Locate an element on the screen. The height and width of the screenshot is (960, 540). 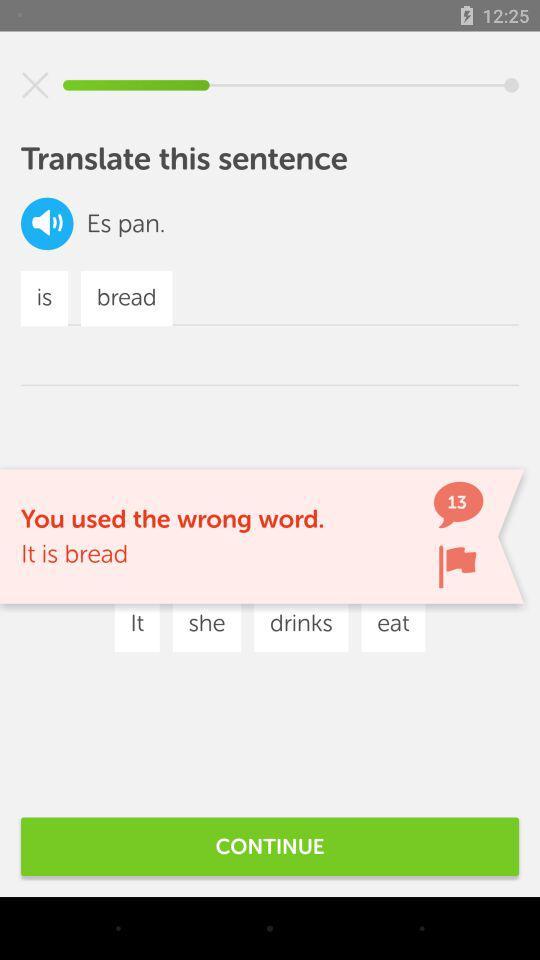
icon below the you used the is located at coordinates (187, 564).